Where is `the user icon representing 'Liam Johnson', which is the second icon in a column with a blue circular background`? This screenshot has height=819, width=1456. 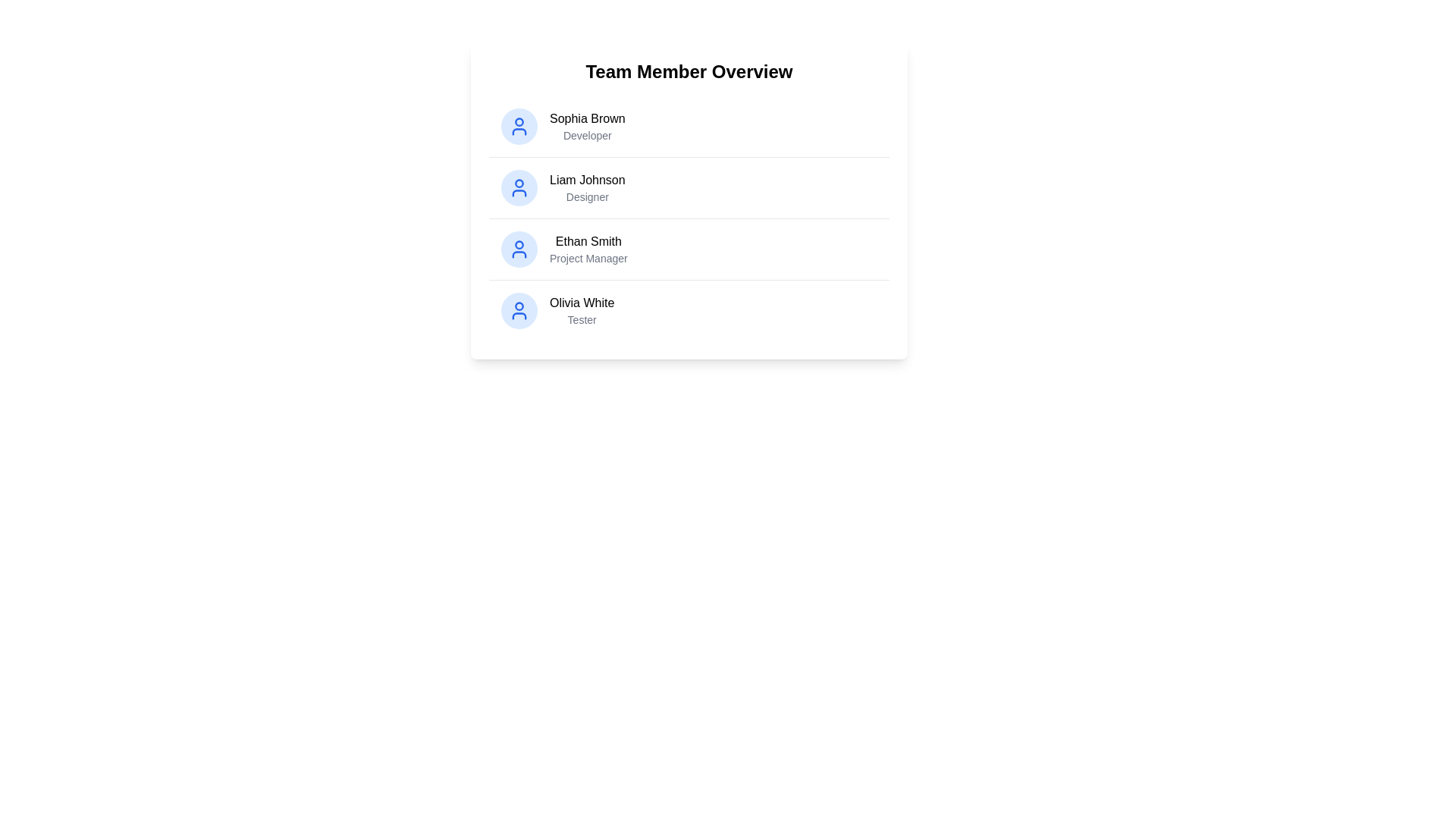
the user icon representing 'Liam Johnson', which is the second icon in a column with a blue circular background is located at coordinates (519, 187).